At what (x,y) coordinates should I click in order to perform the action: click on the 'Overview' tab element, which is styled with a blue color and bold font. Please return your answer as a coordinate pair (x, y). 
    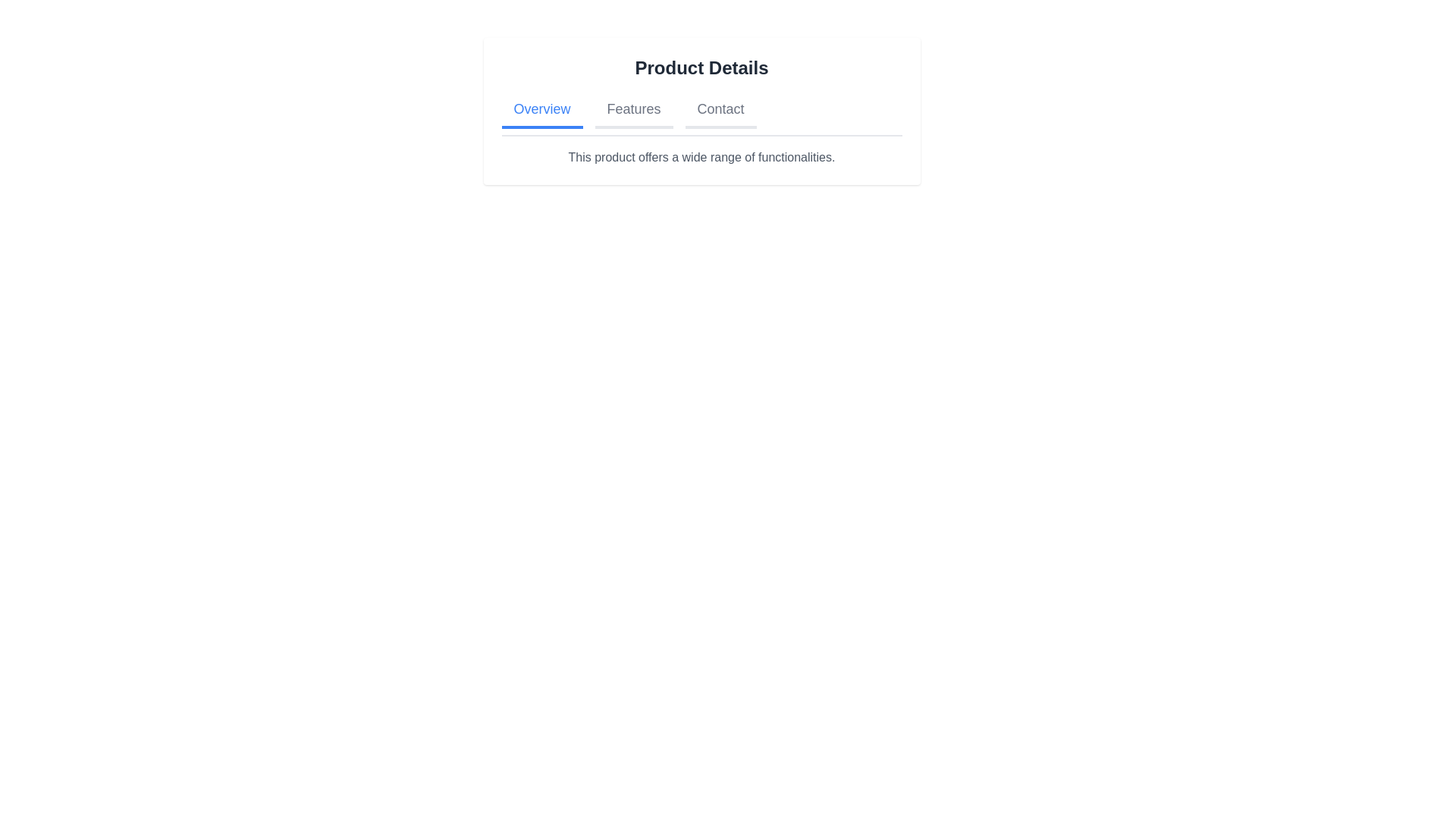
    Looking at the image, I should click on (542, 110).